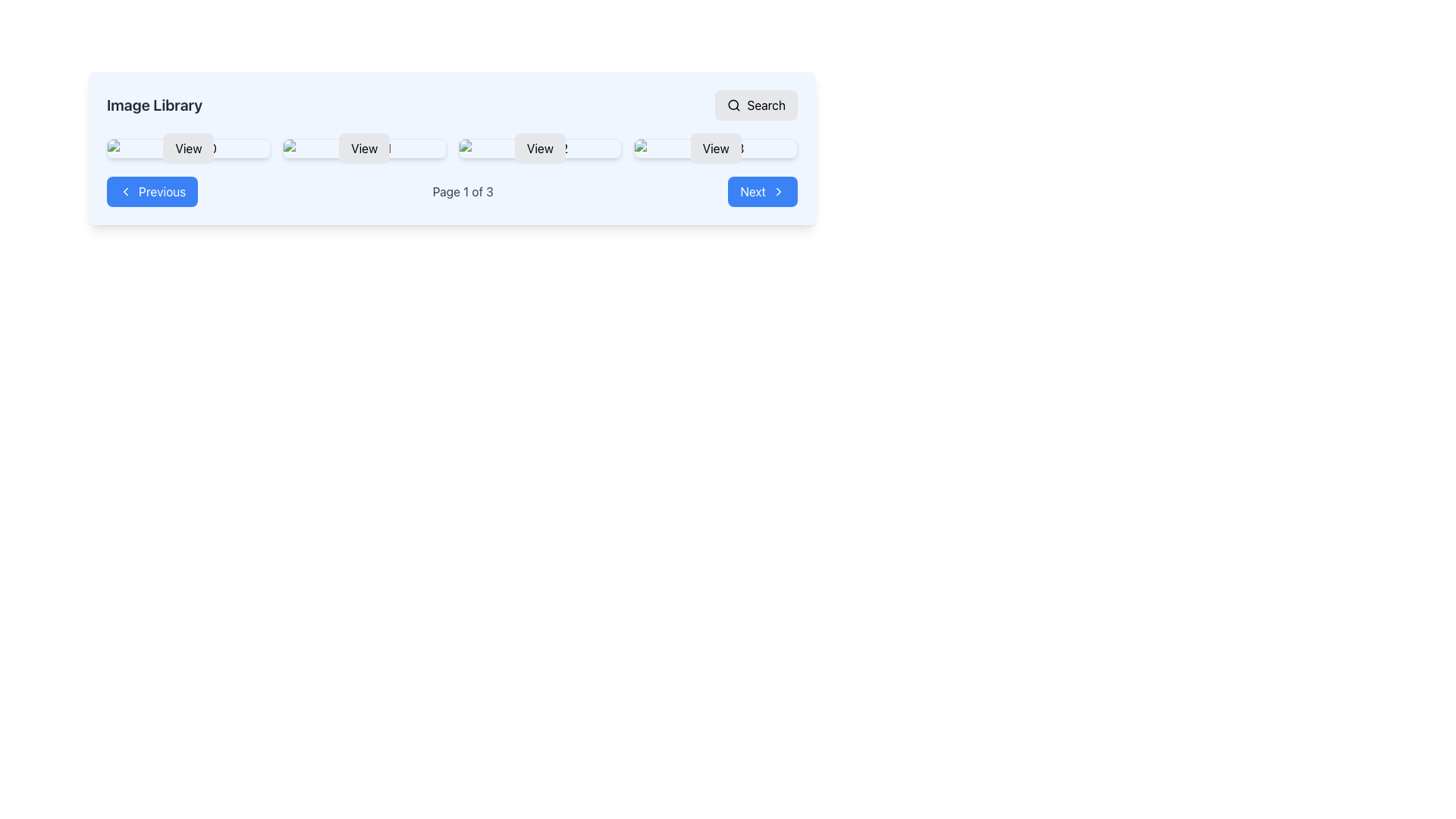 The width and height of the screenshot is (1456, 819). I want to click on the button that enables the 'view' action associated with the neighboring thumbnail image, located in the second column of the grid layout, so click(364, 149).